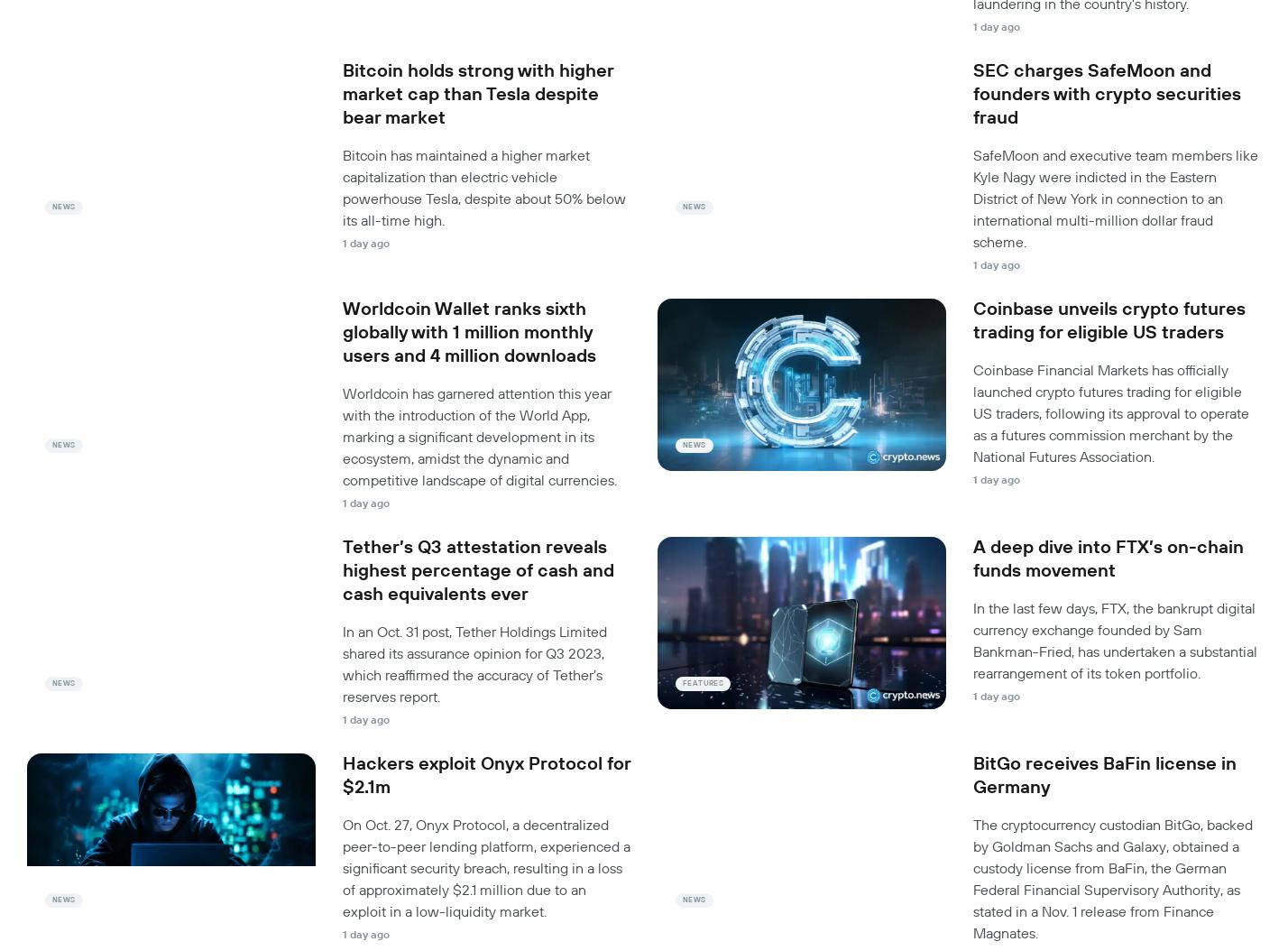 This screenshot has width=1288, height=951. What do you see at coordinates (486, 867) in the screenshot?
I see `'On Oct. 27, Onyx Protocol, a decentralized peer-to-peer lending platform, experienced a significant security breach, resulting in a loss of approximately $2.1 million due to an exploit in a low-liquidity market.'` at bounding box center [486, 867].